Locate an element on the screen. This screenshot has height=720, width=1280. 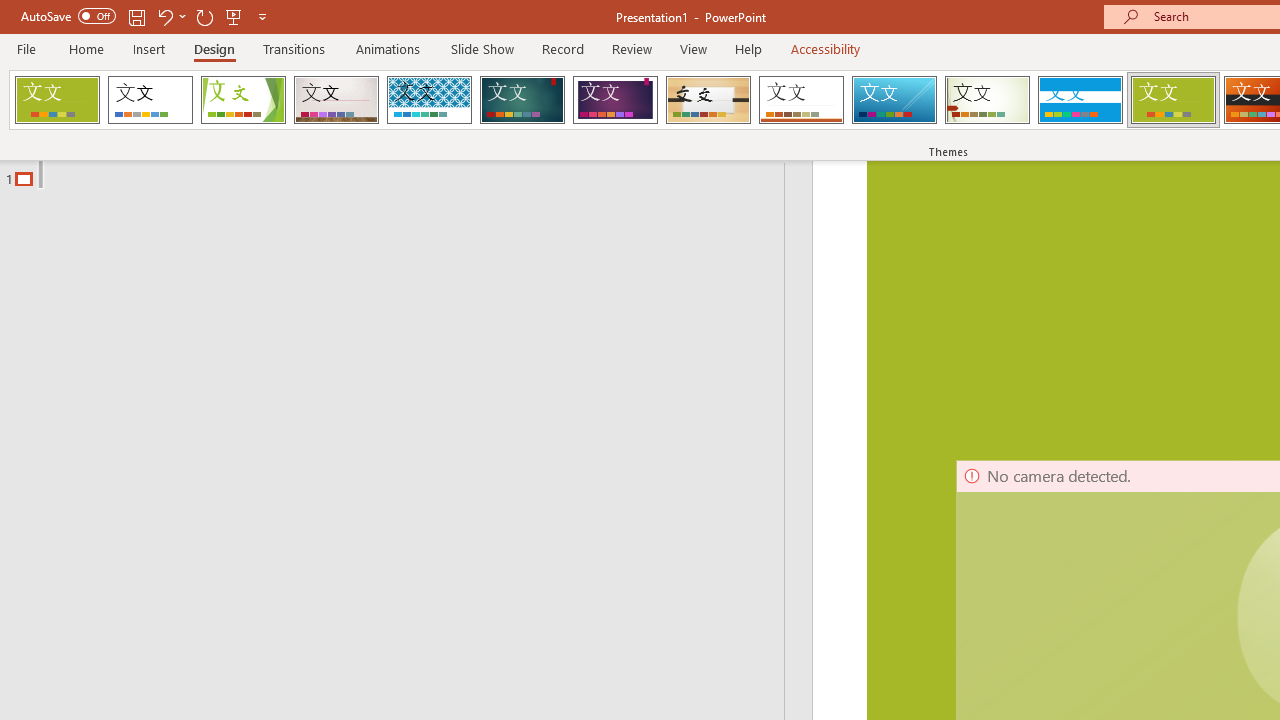
'Ion Boardroom' is located at coordinates (614, 100).